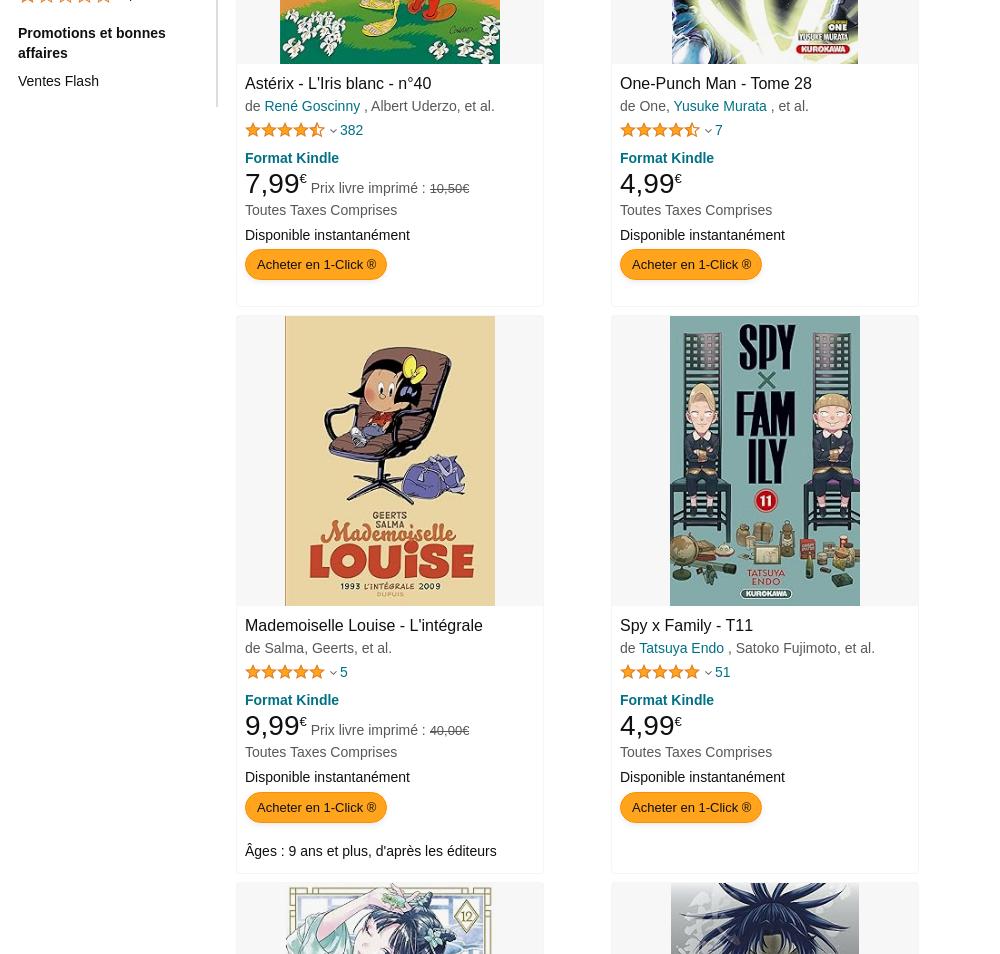 The image size is (1000, 954). I want to click on '382', so click(350, 129).